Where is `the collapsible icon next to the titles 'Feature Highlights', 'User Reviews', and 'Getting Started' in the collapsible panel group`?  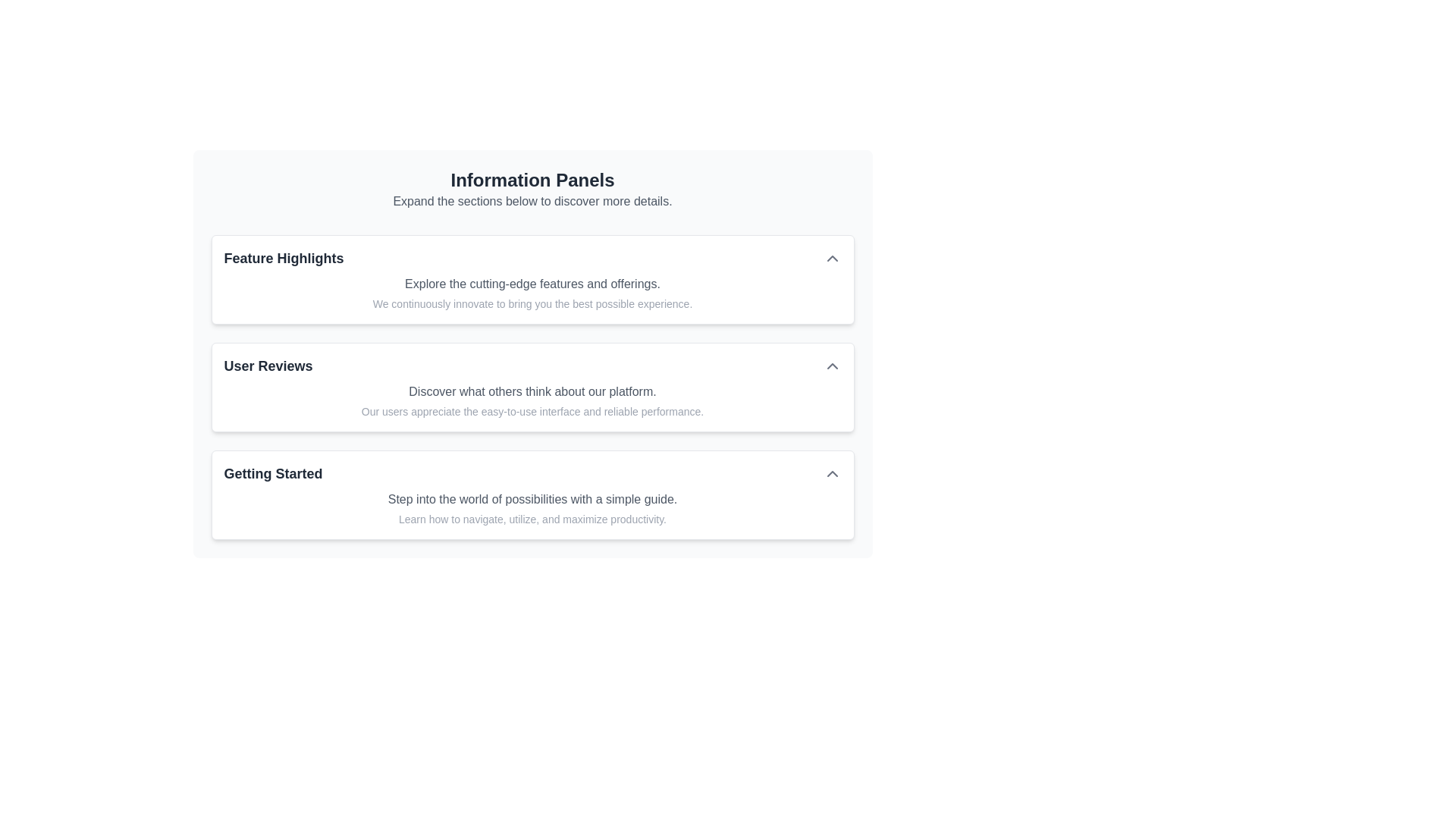 the collapsible icon next to the titles 'Feature Highlights', 'User Reviews', and 'Getting Started' in the collapsible panel group is located at coordinates (532, 386).